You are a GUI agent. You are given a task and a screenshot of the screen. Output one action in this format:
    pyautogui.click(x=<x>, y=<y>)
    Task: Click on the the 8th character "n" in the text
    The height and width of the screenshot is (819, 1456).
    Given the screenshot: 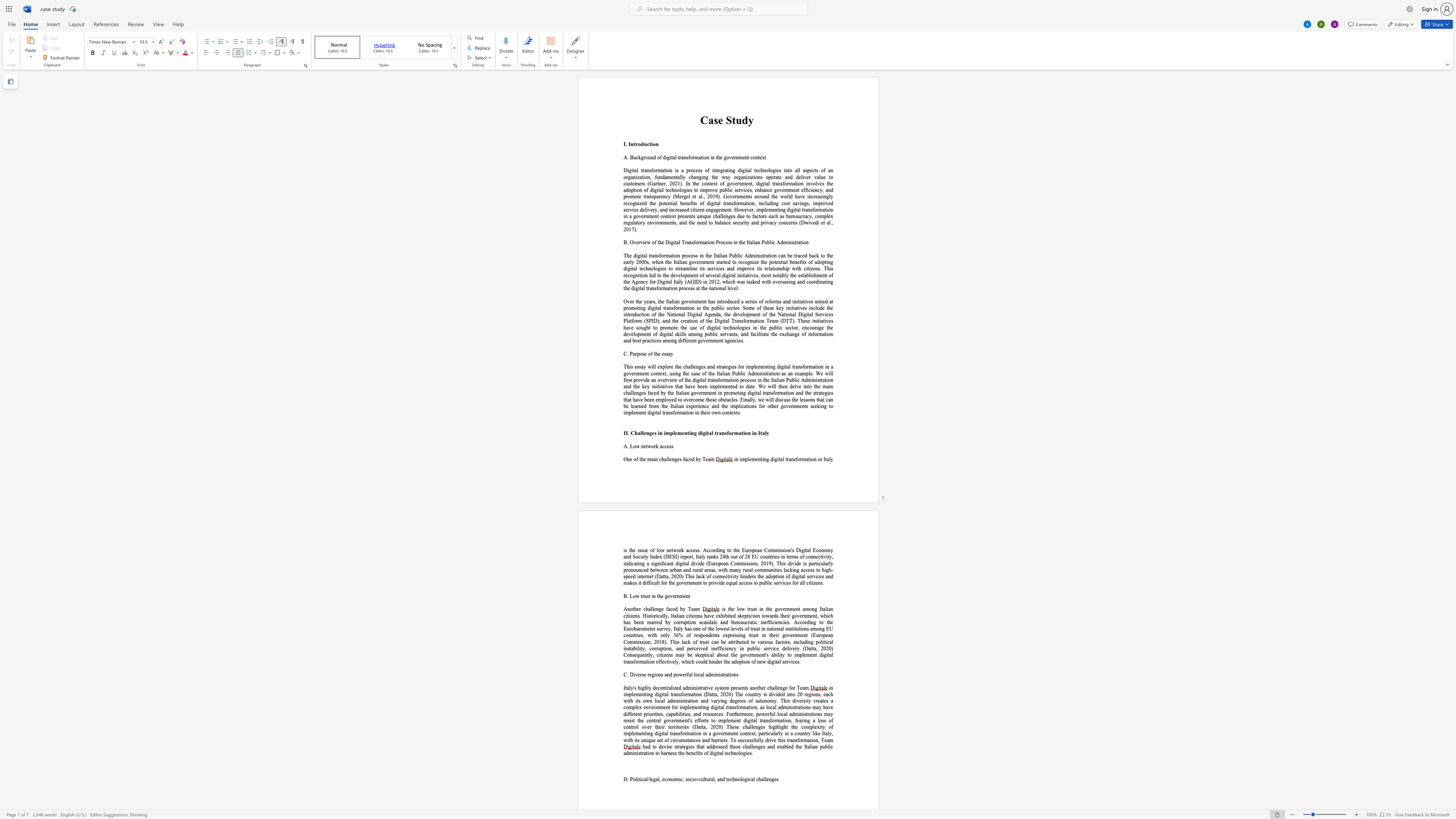 What is the action you would take?
    pyautogui.click(x=699, y=615)
    